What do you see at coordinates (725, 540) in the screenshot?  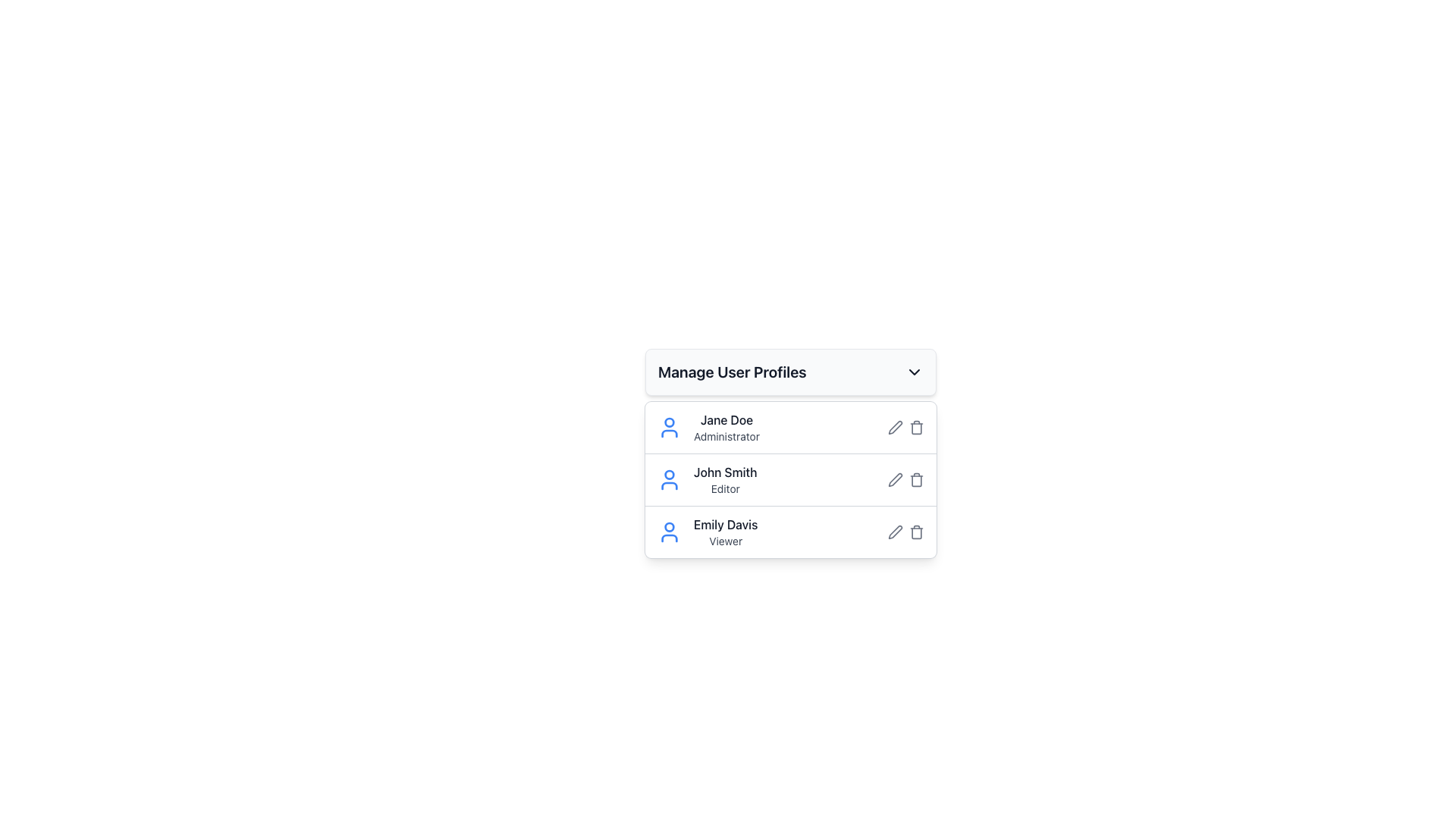 I see `role information displayed in the text label 'Viewer' for the user 'Emily Davis', which is located in the third row of the user profile list` at bounding box center [725, 540].